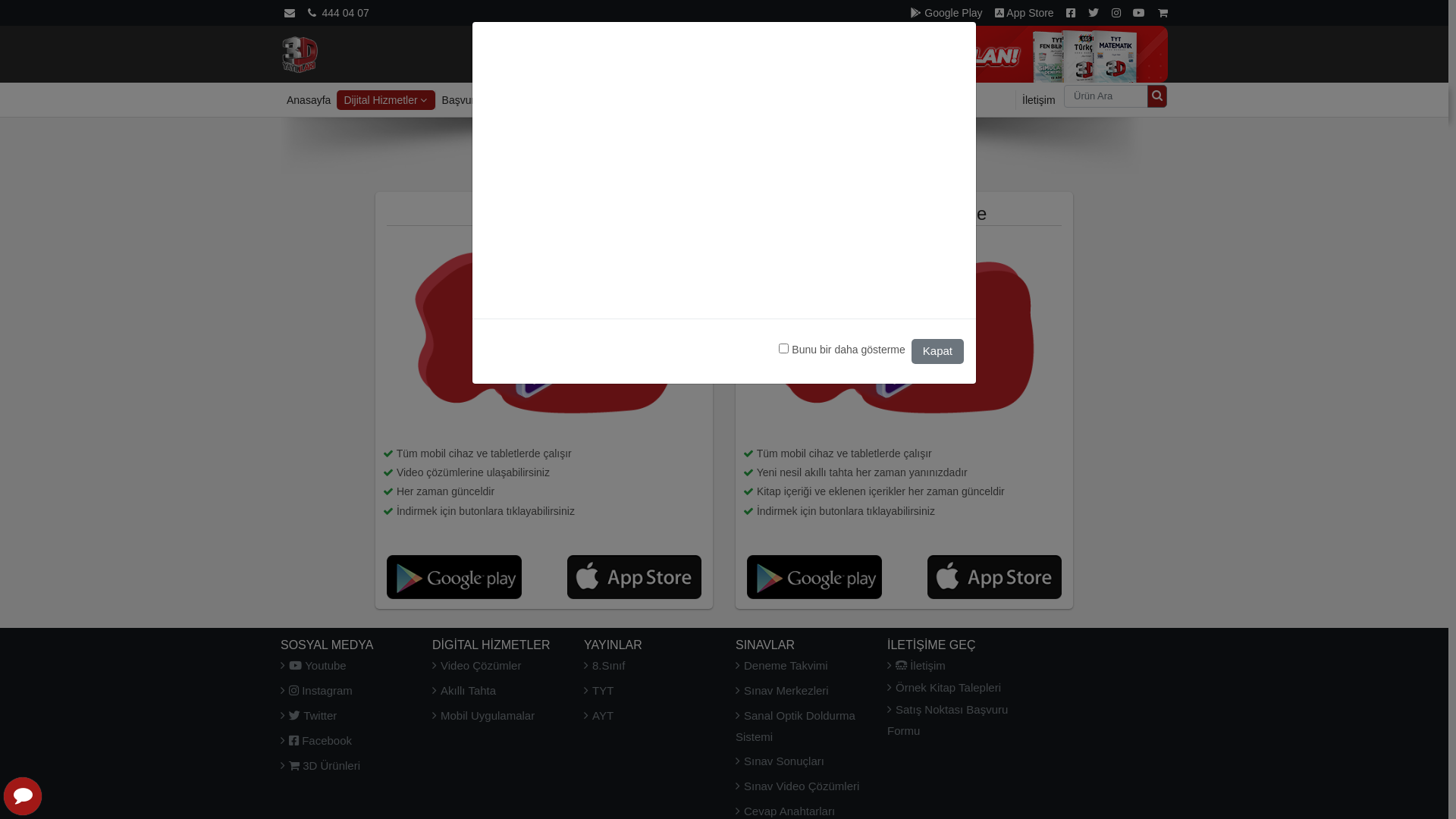 The width and height of the screenshot is (1456, 819). I want to click on '  444 04 07', so click(337, 12).